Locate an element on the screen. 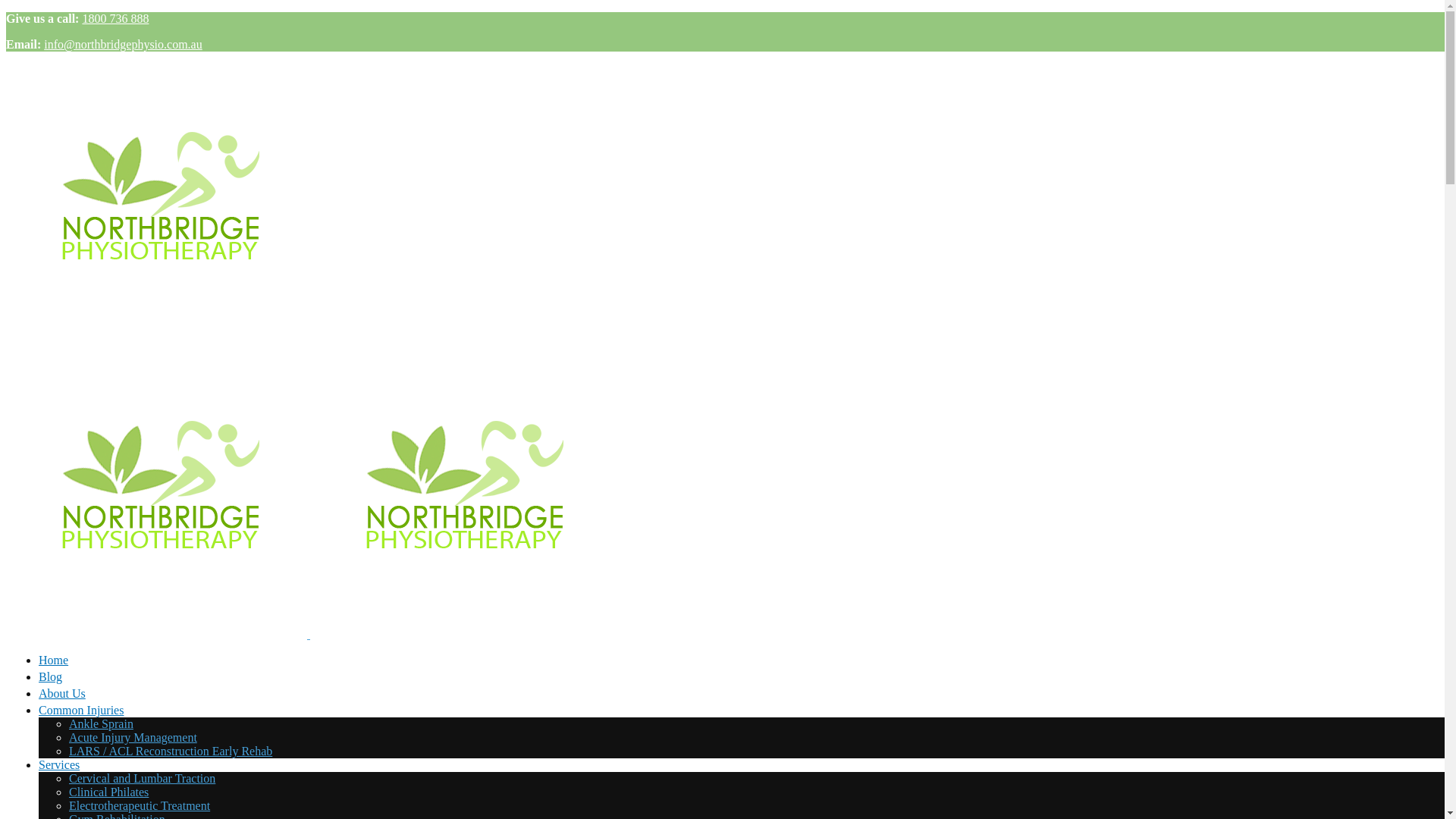 This screenshot has width=1456, height=819. 'Acute Injury Management' is located at coordinates (133, 736).